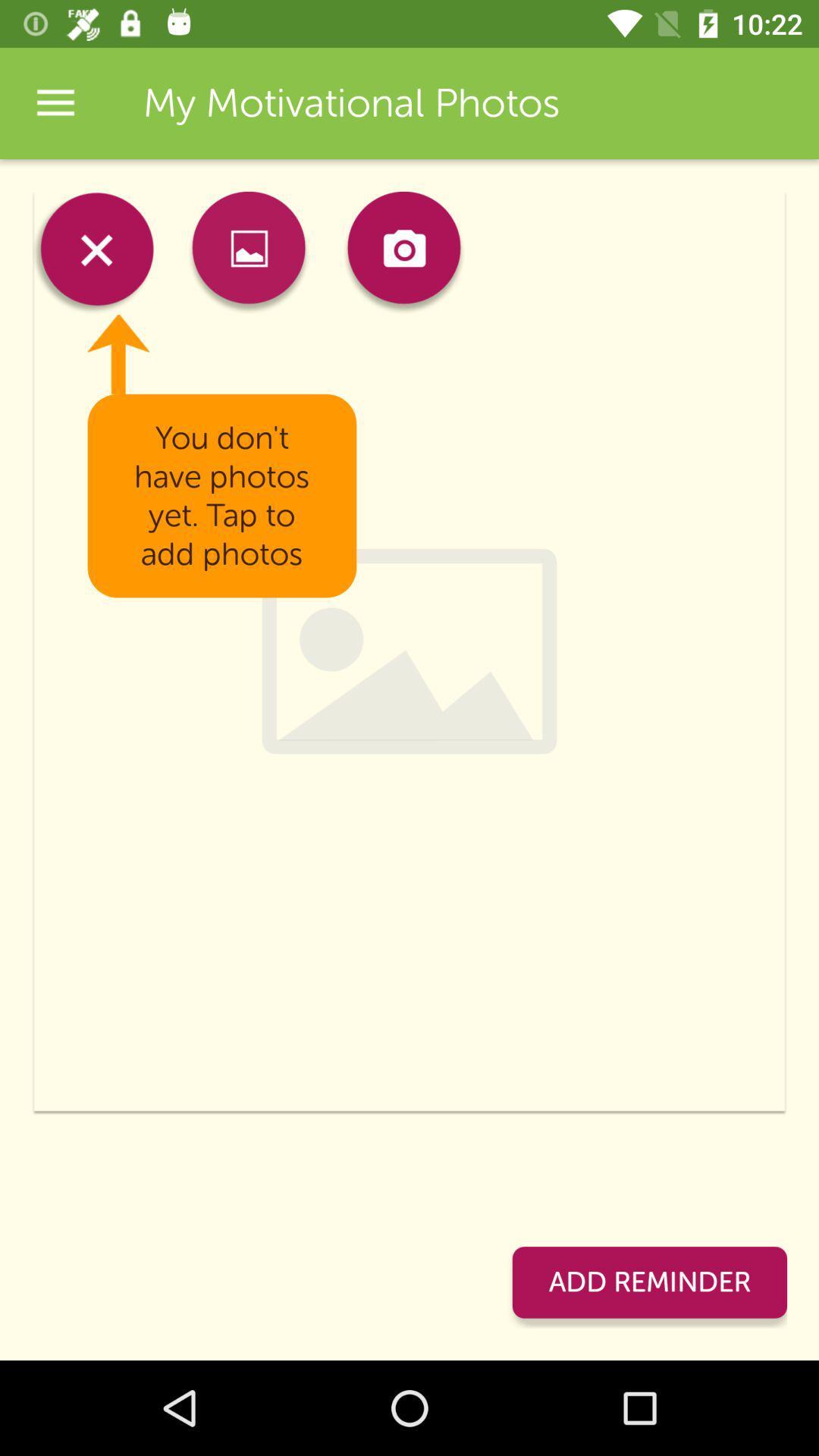  I want to click on the app below my motivational photos, so click(403, 253).